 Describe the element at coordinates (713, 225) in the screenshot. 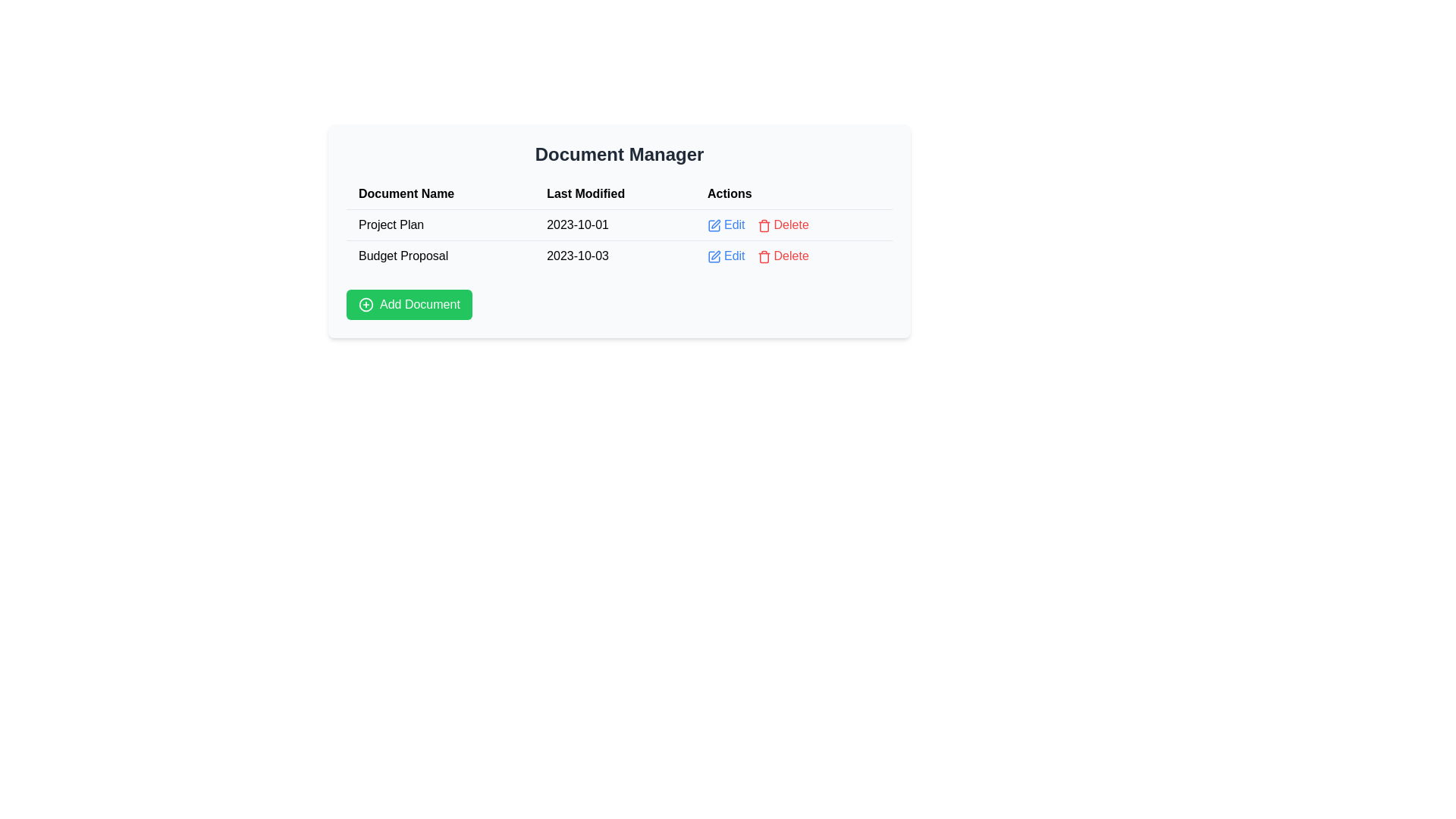

I see `the blue square icon with a pen inside the interactive 'Edit' button next to the 'Edit' label` at that location.